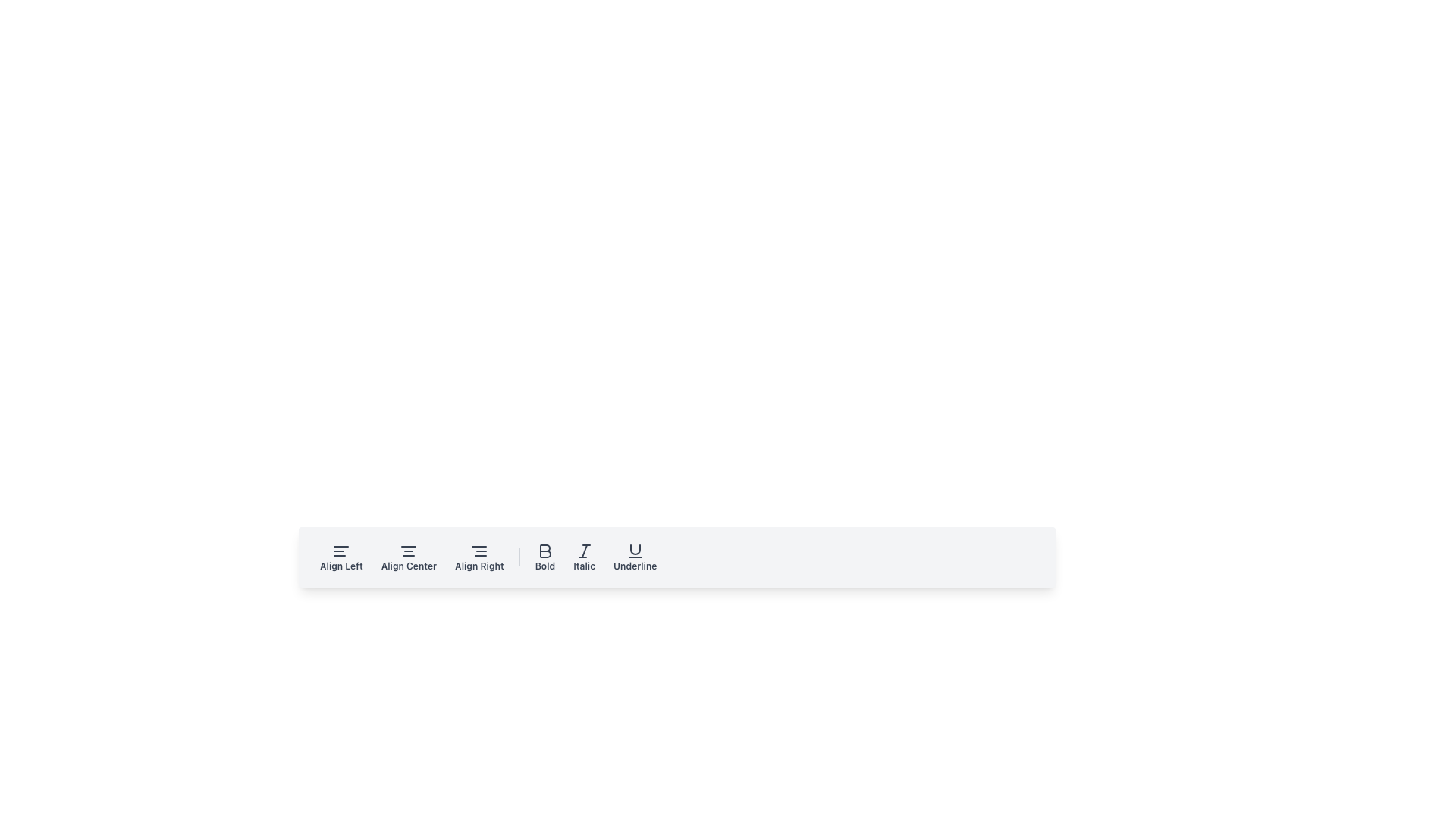  Describe the element at coordinates (479, 551) in the screenshot. I see `the 'Align Right' icon in the toolbar` at that location.